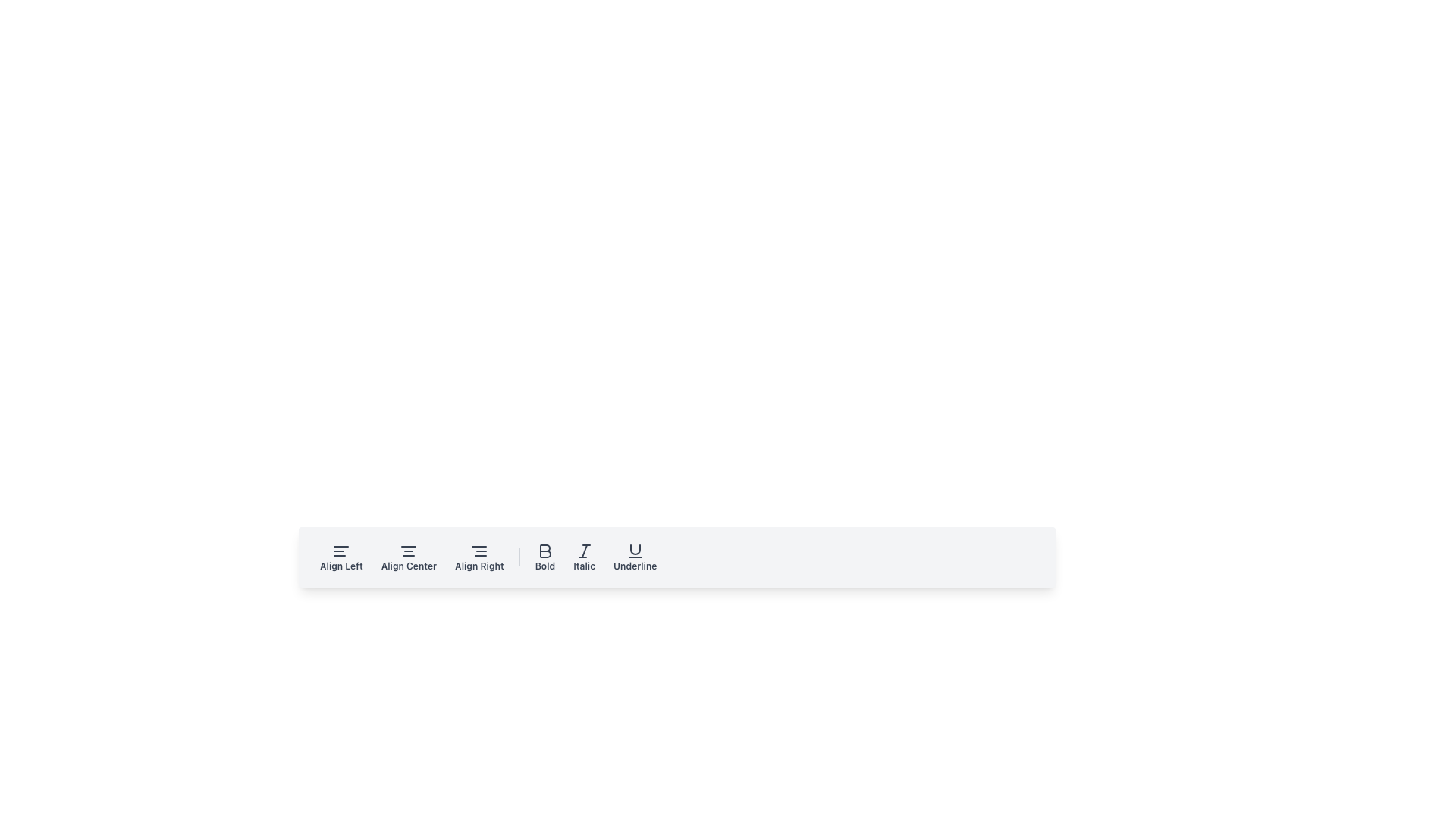  Describe the element at coordinates (479, 551) in the screenshot. I see `the 'Align Right' icon in the toolbar` at that location.